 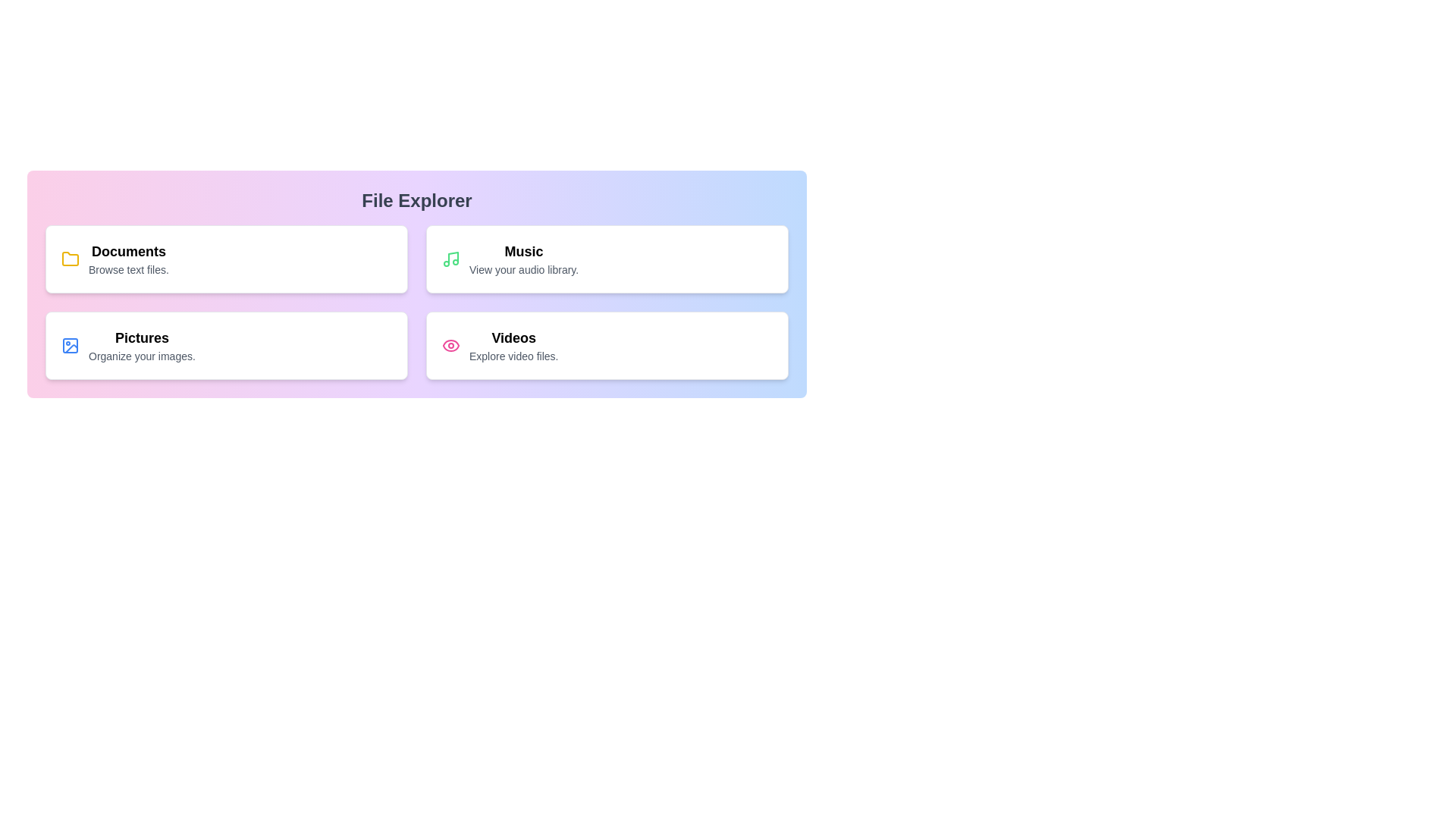 What do you see at coordinates (607, 259) in the screenshot?
I see `the menu item Music to highlight it` at bounding box center [607, 259].